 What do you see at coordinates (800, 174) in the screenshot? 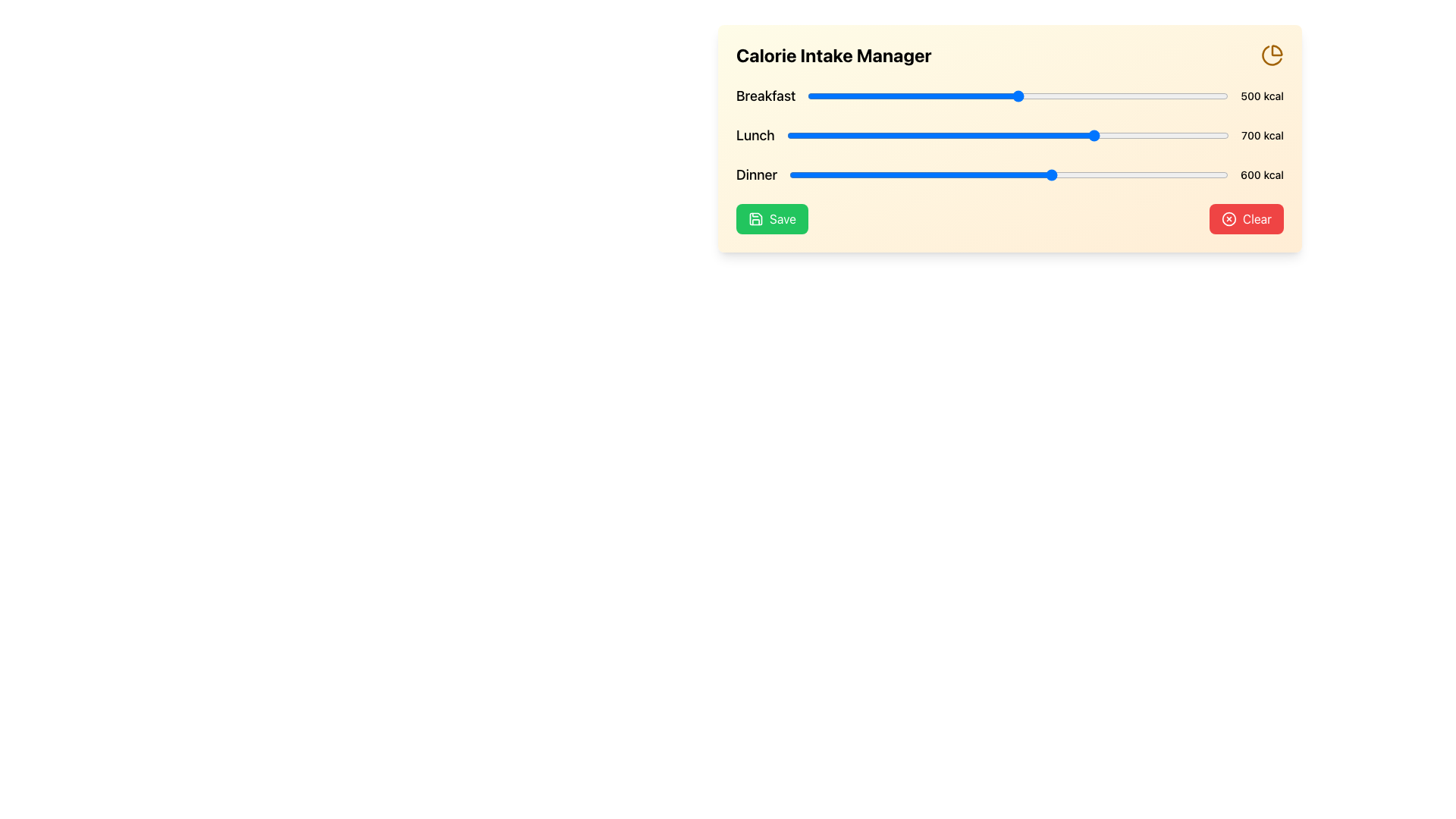
I see `Dinner kcal` at bounding box center [800, 174].